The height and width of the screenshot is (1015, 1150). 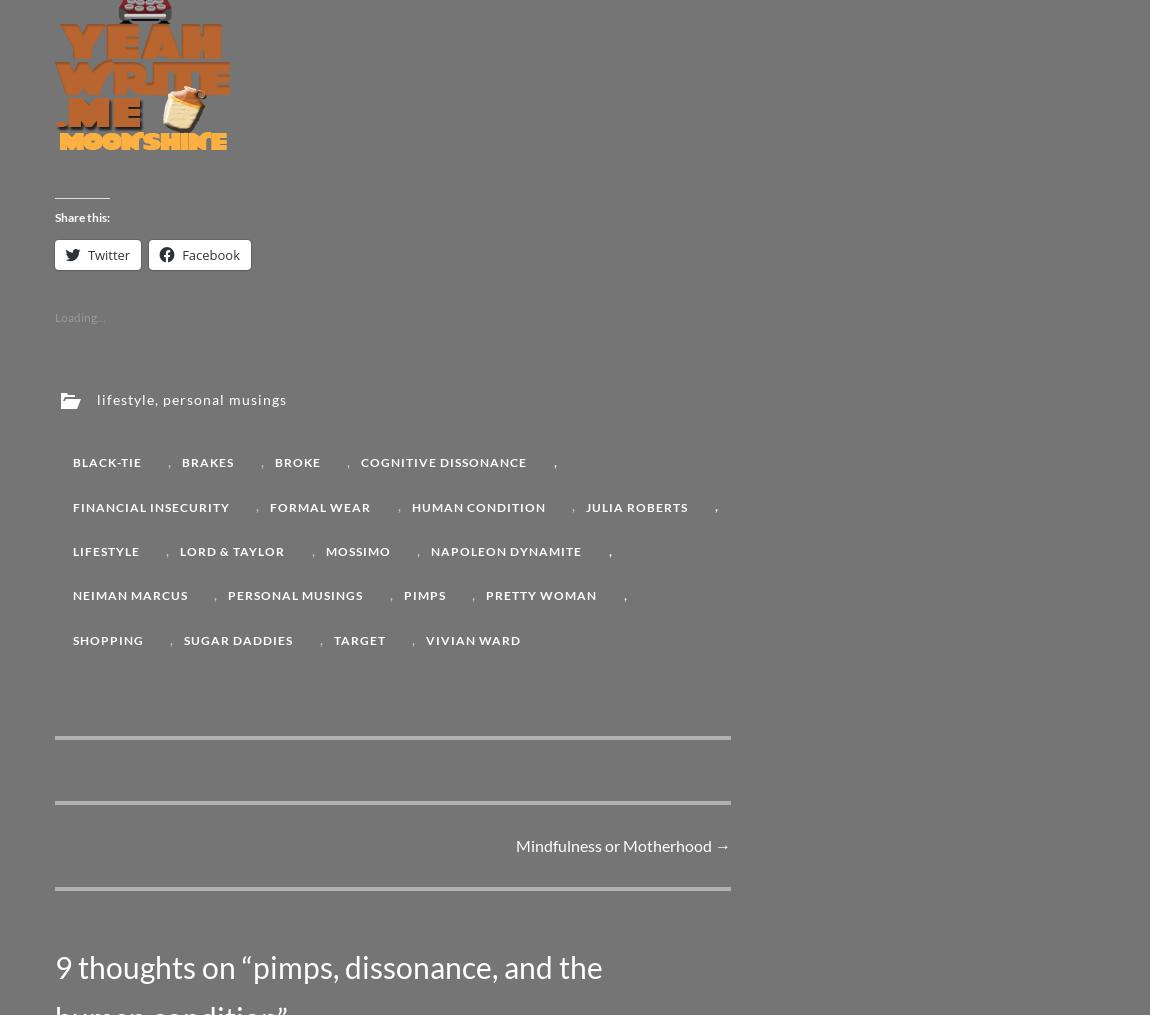 I want to click on 'shopping', so click(x=107, y=638).